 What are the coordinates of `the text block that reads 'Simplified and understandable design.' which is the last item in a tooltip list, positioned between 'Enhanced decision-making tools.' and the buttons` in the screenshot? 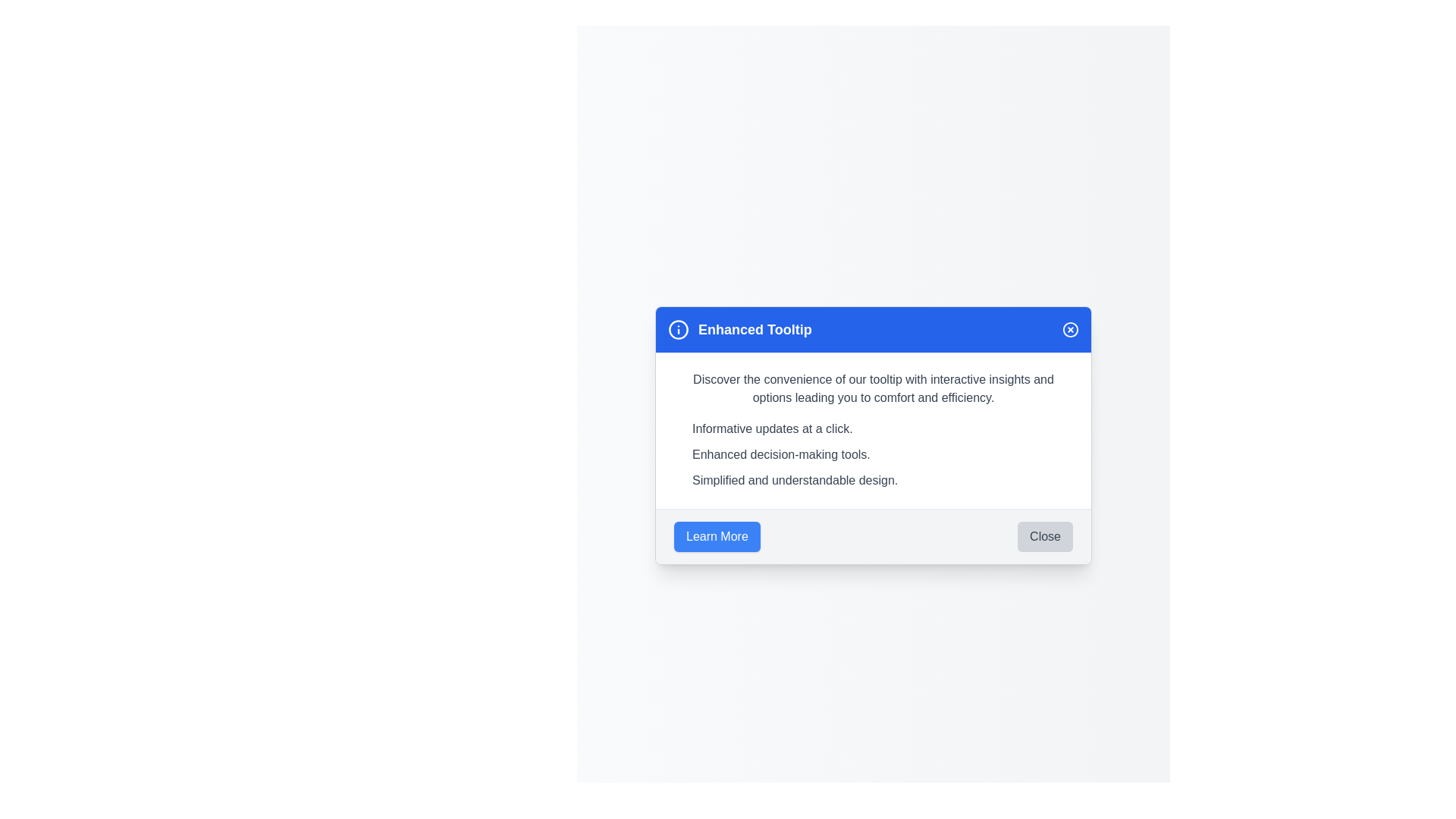 It's located at (882, 480).